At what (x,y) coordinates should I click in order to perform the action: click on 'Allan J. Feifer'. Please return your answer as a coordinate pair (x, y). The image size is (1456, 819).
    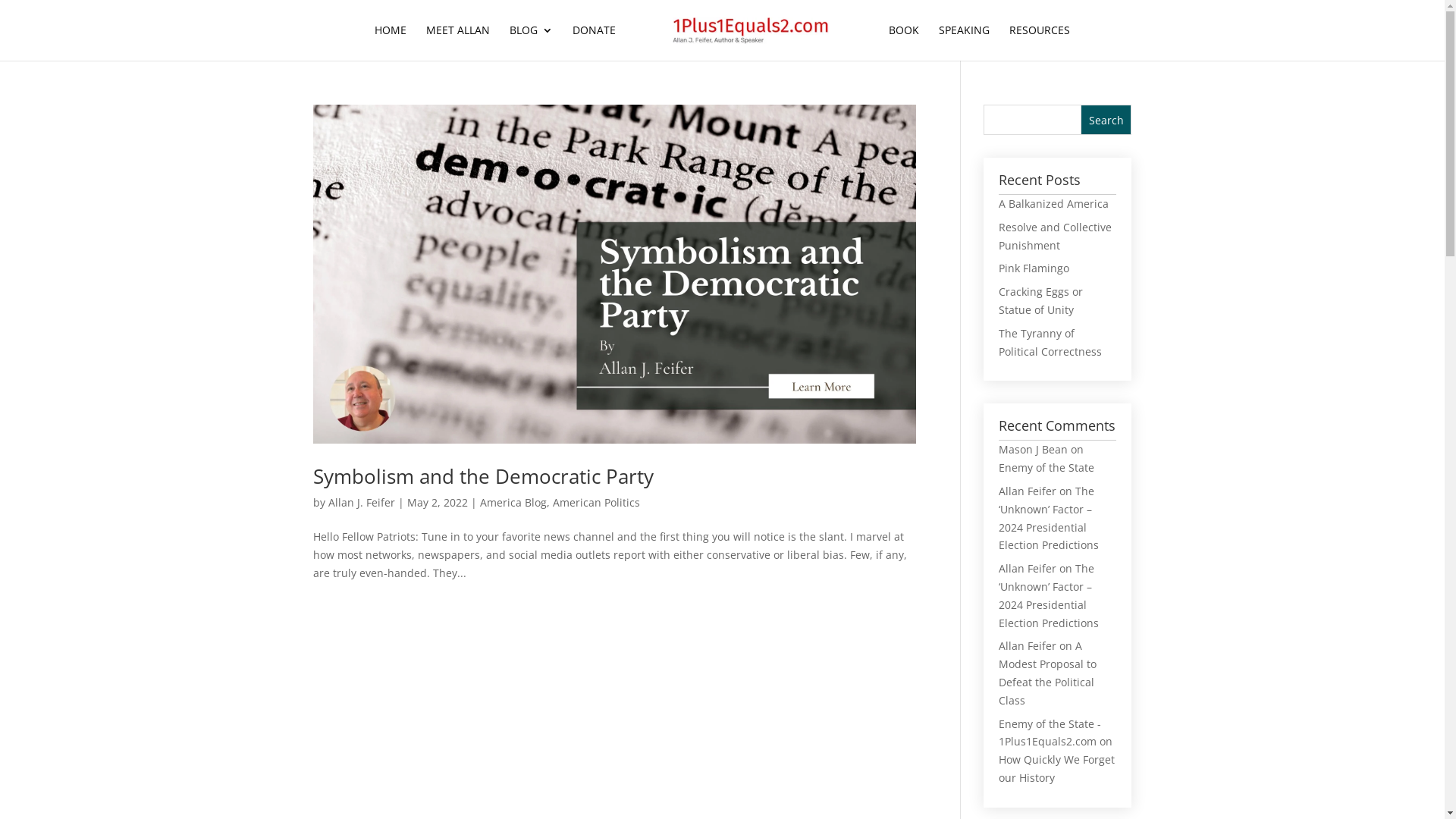
    Looking at the image, I should click on (327, 502).